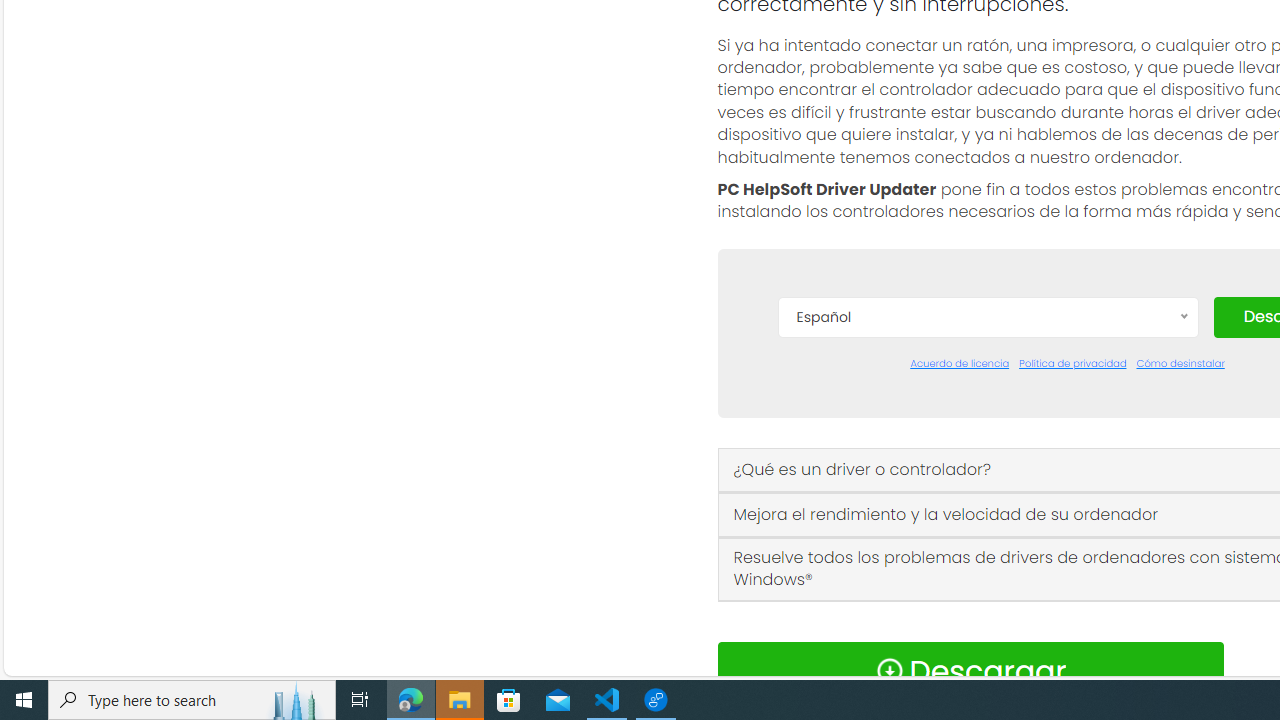  I want to click on 'Acuerdo de licencia', so click(960, 363).